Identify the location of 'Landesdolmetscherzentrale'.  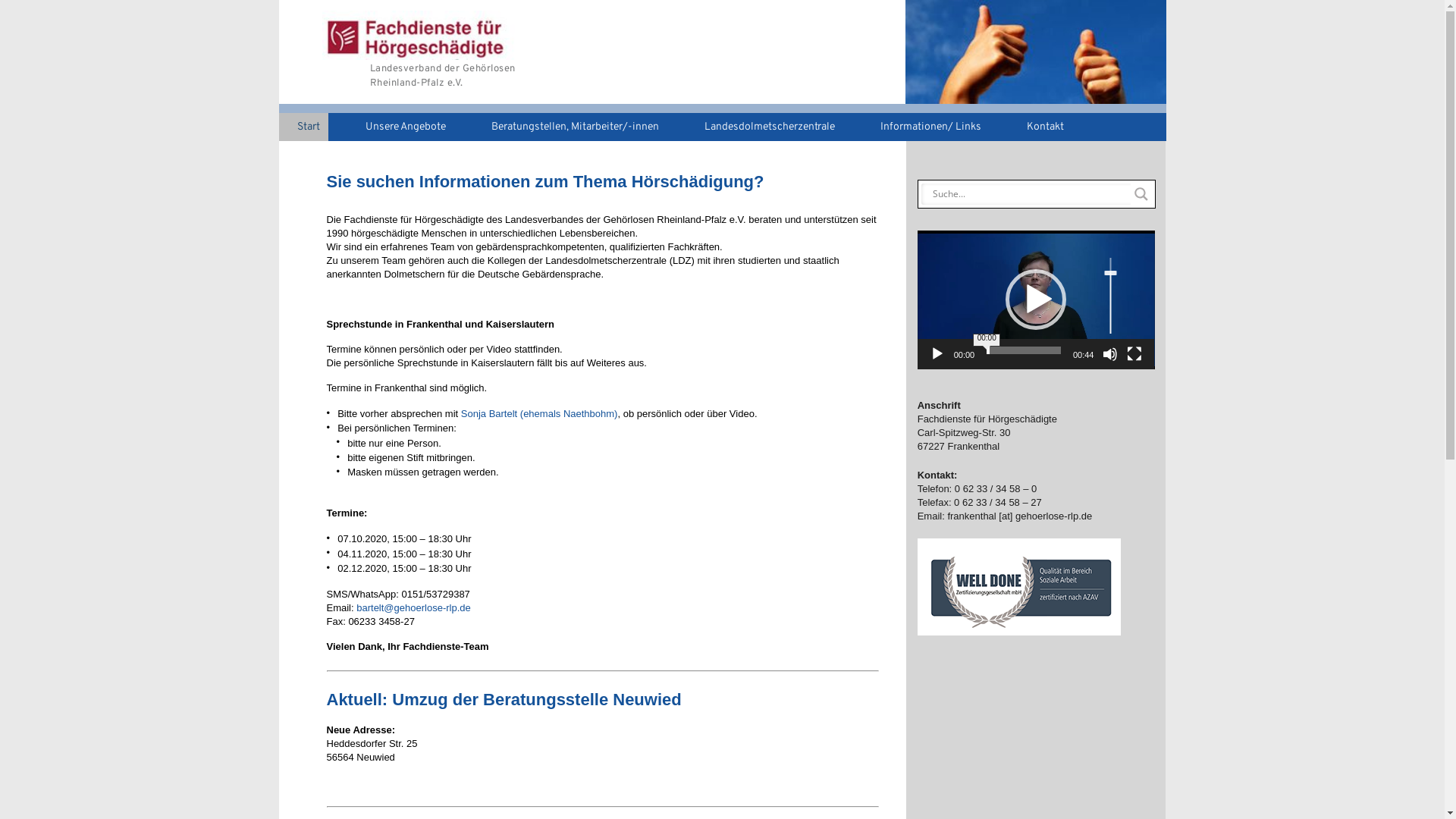
(764, 126).